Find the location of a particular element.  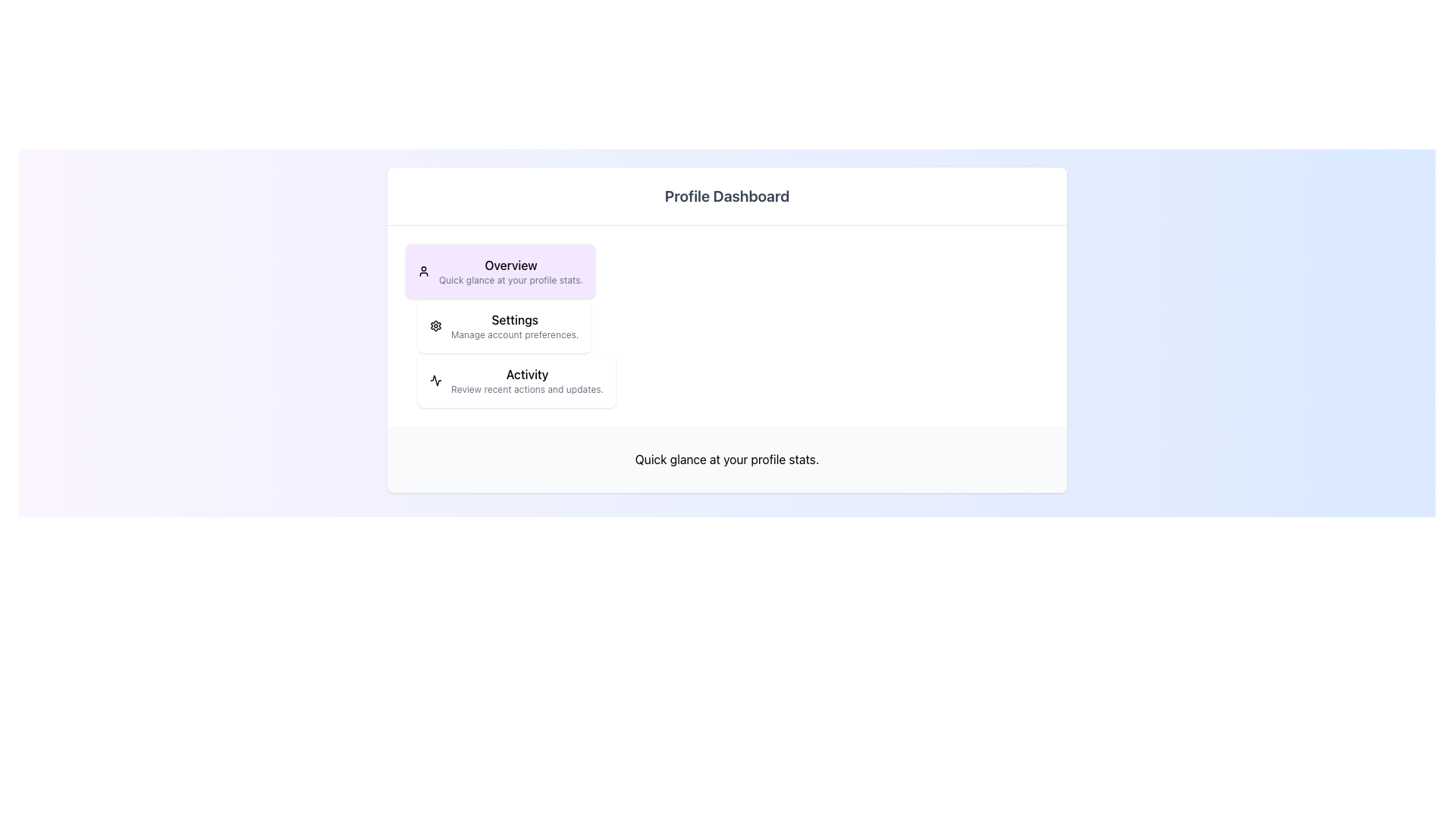

the navigation button that accesses the activity section of the application, positioned as the third button in a vertical sequence within the main dashboard area is located at coordinates (516, 379).